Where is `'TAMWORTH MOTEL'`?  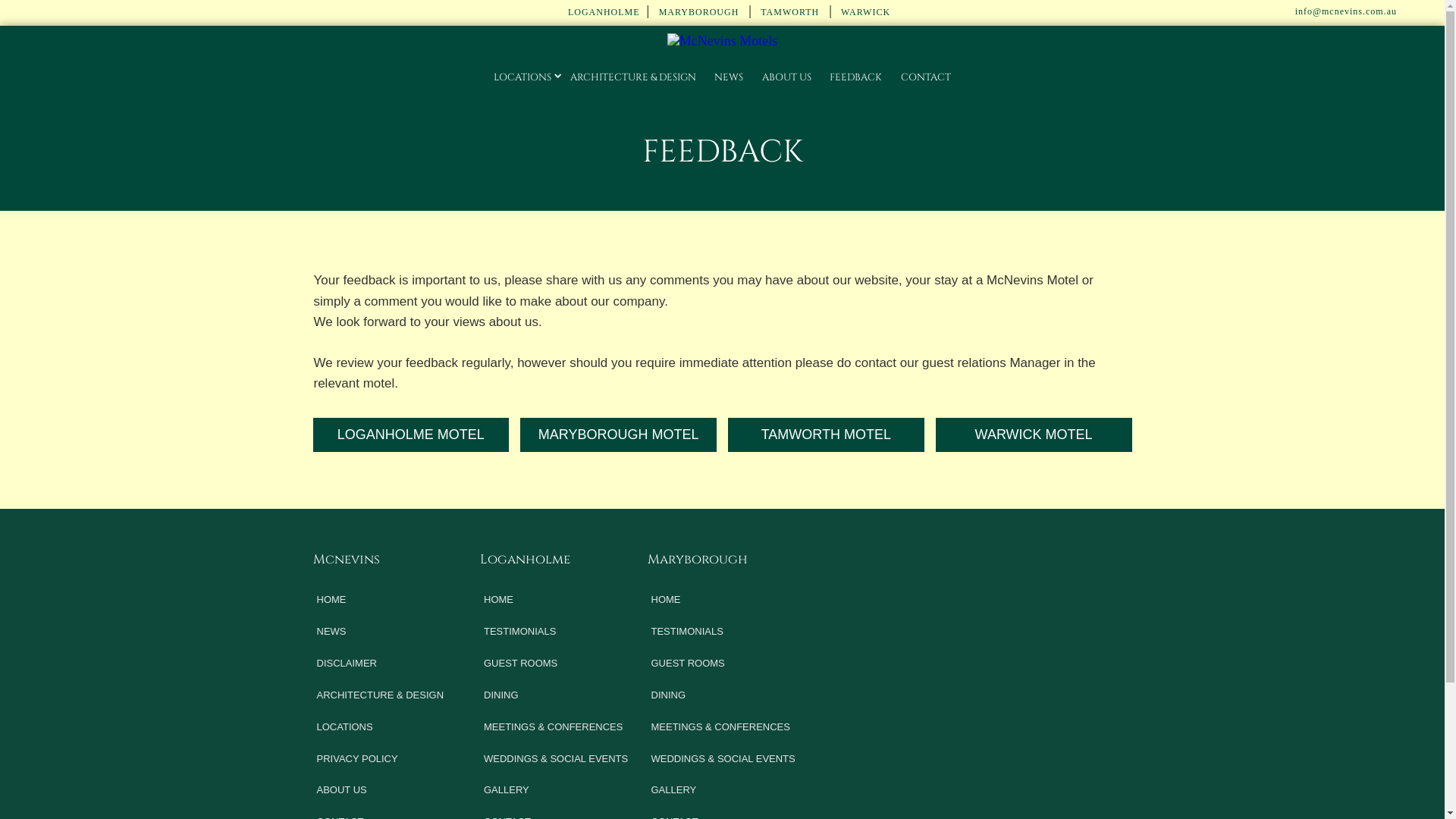 'TAMWORTH MOTEL' is located at coordinates (825, 435).